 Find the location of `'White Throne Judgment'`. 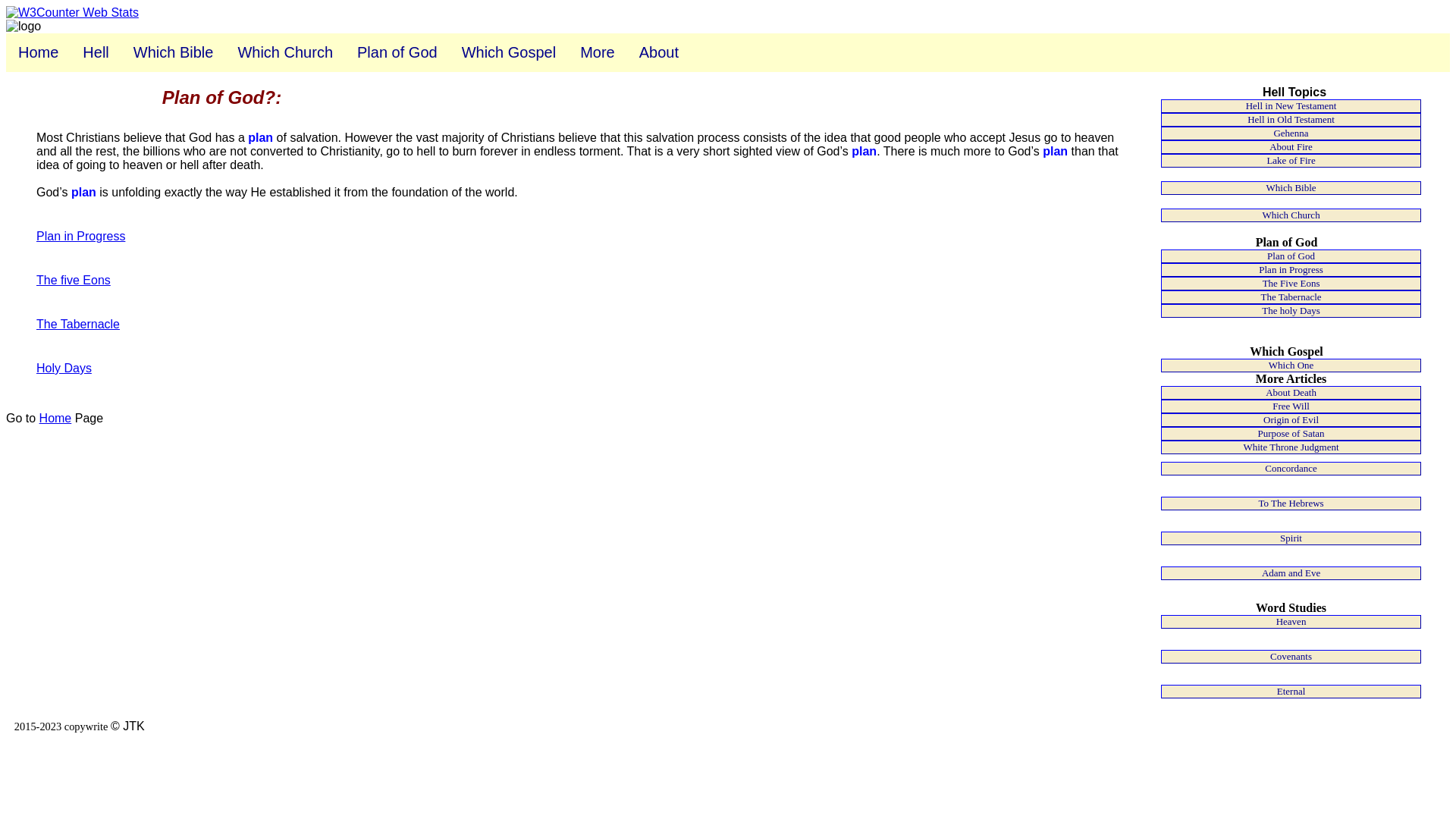

'White Throne Judgment' is located at coordinates (1290, 447).